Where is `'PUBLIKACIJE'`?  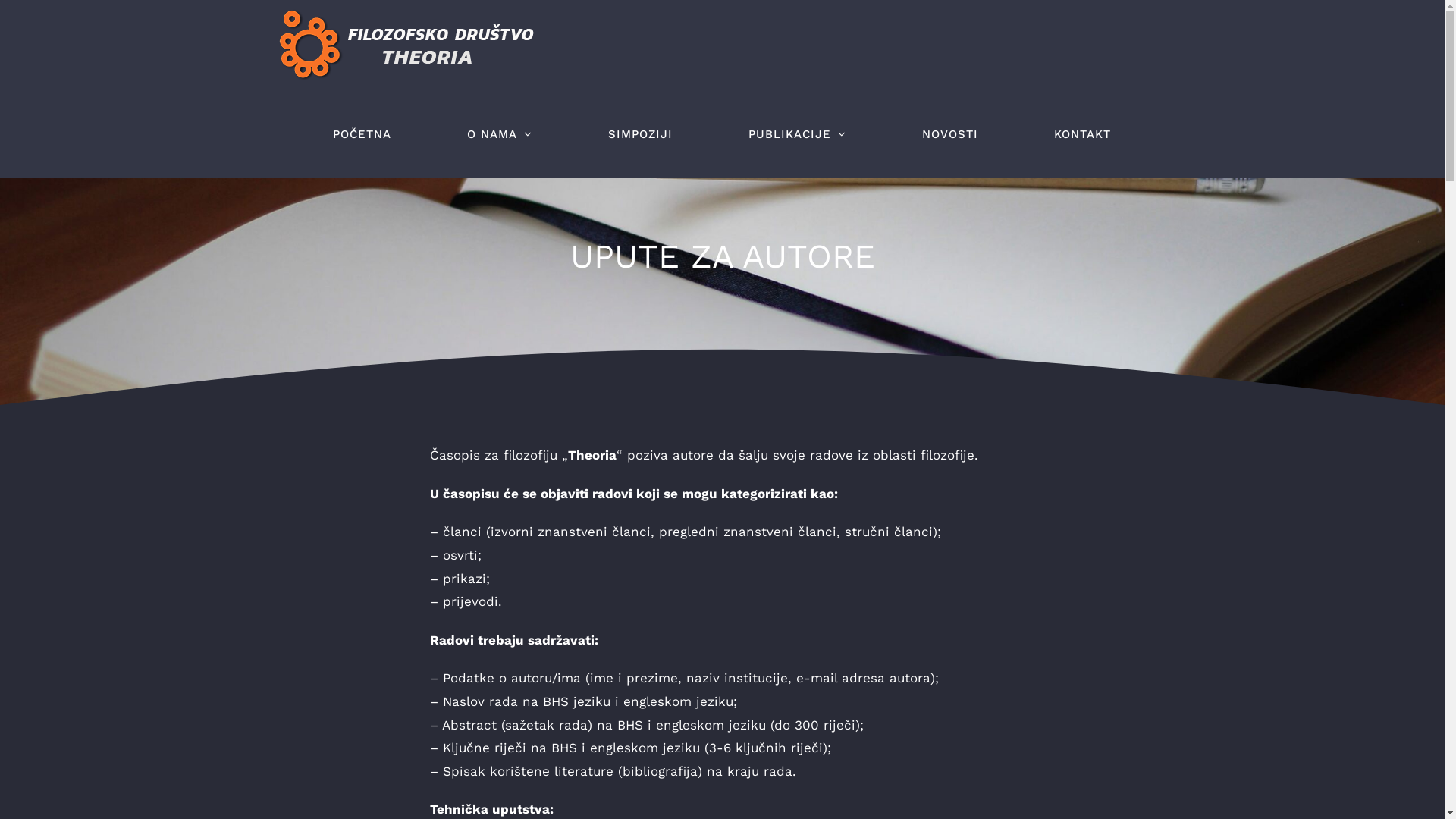
'PUBLIKACIJE' is located at coordinates (731, 133).